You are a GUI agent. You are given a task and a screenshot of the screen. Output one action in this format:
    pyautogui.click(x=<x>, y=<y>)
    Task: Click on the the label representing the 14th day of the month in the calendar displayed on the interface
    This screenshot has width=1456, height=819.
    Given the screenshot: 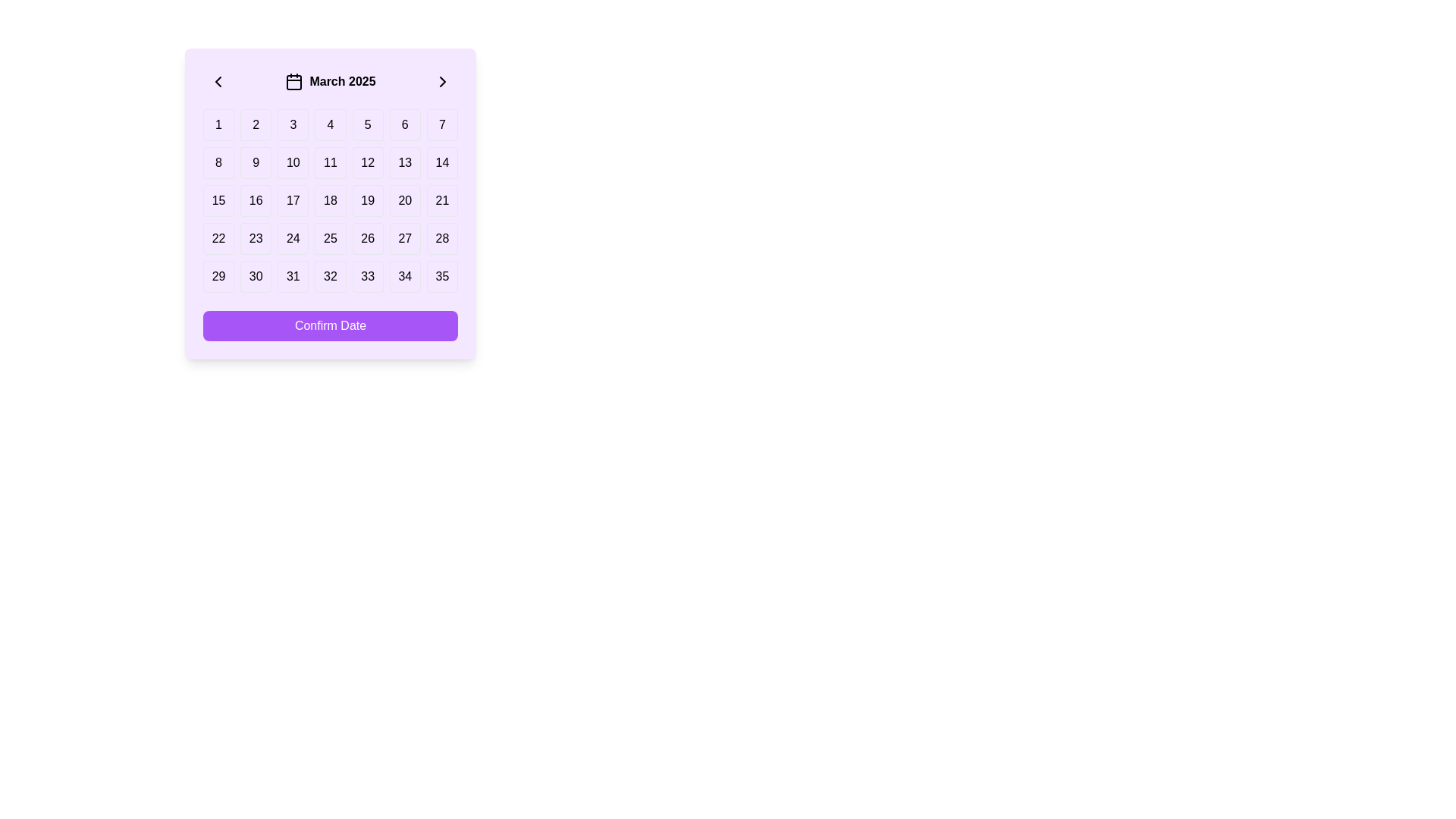 What is the action you would take?
    pyautogui.click(x=441, y=163)
    